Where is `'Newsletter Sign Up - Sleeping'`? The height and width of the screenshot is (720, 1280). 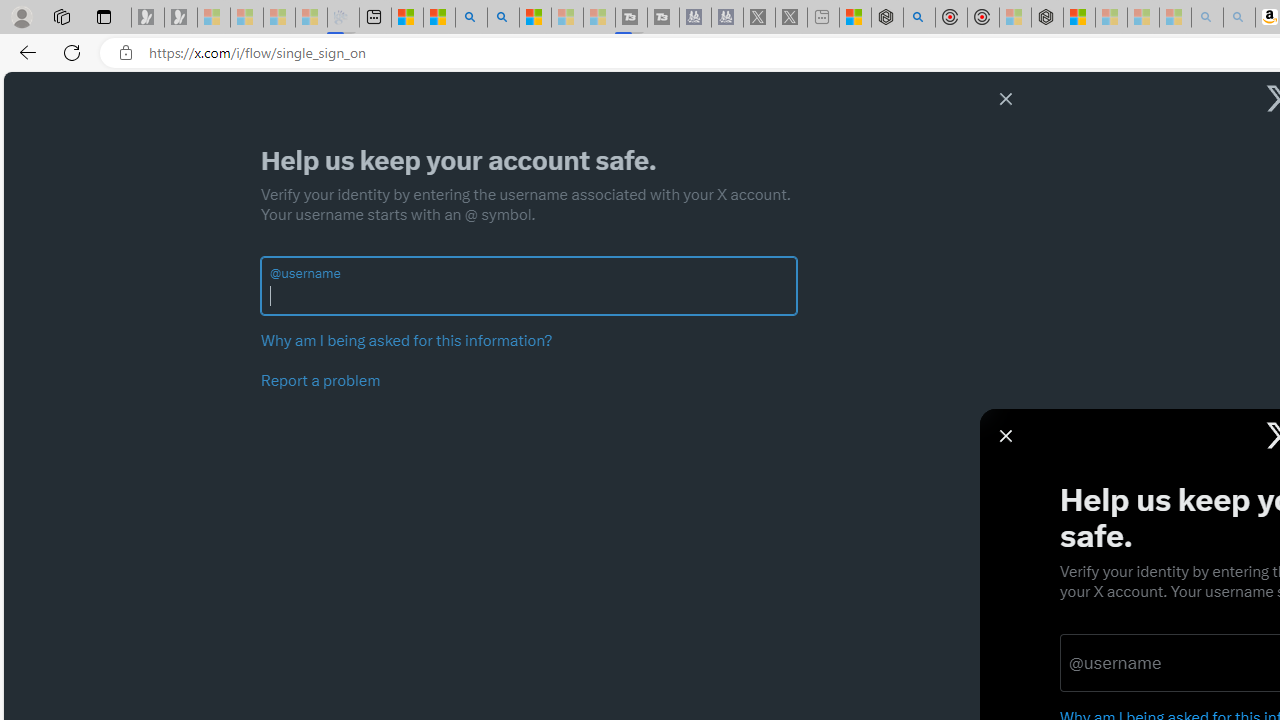
'Newsletter Sign Up - Sleeping' is located at coordinates (181, 17).